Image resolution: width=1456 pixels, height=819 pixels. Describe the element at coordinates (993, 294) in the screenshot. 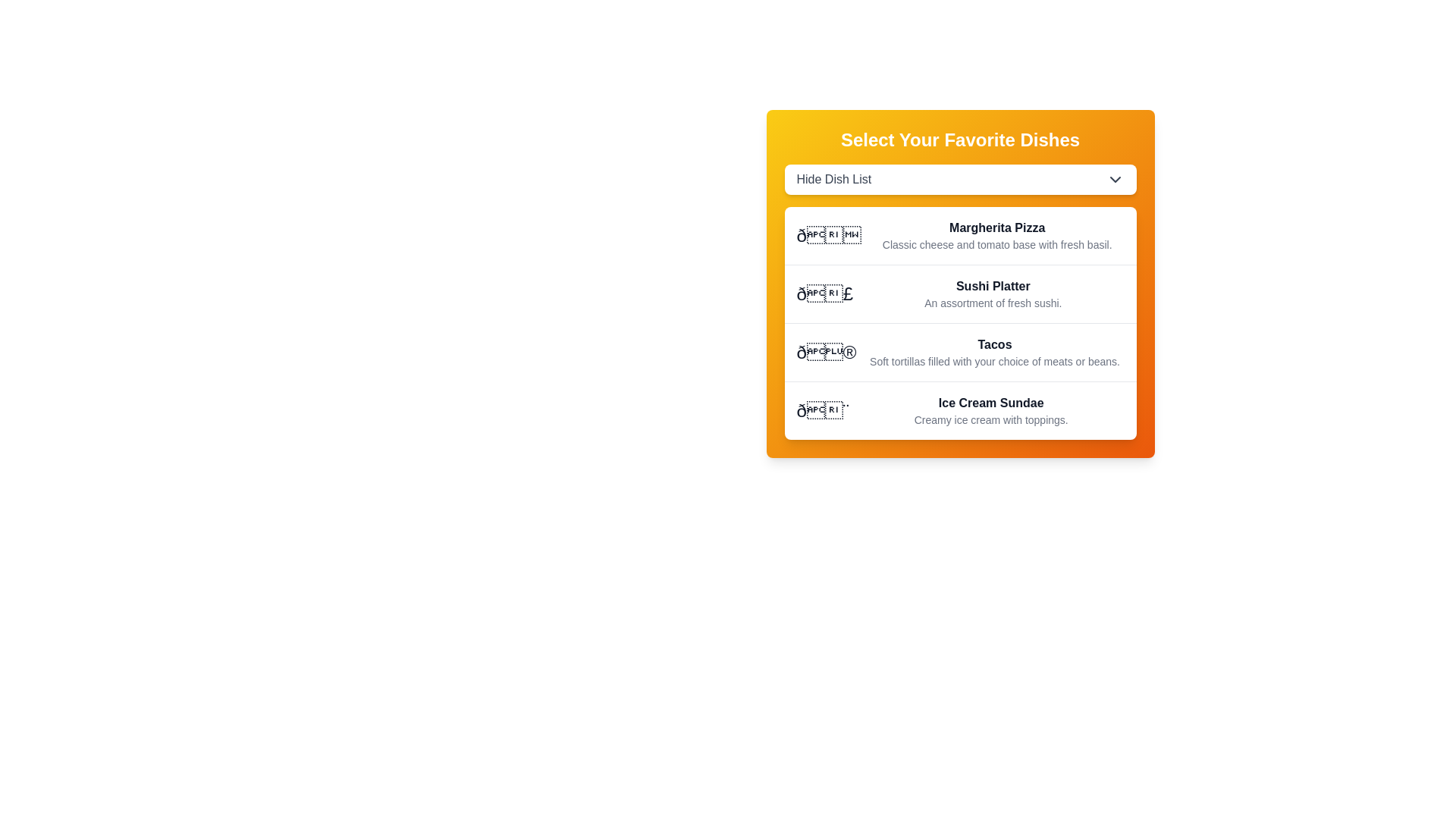

I see `the text content displaying information about the dish 'Sushi Platter', which is centrally located in the second item of the dish selection menu` at that location.